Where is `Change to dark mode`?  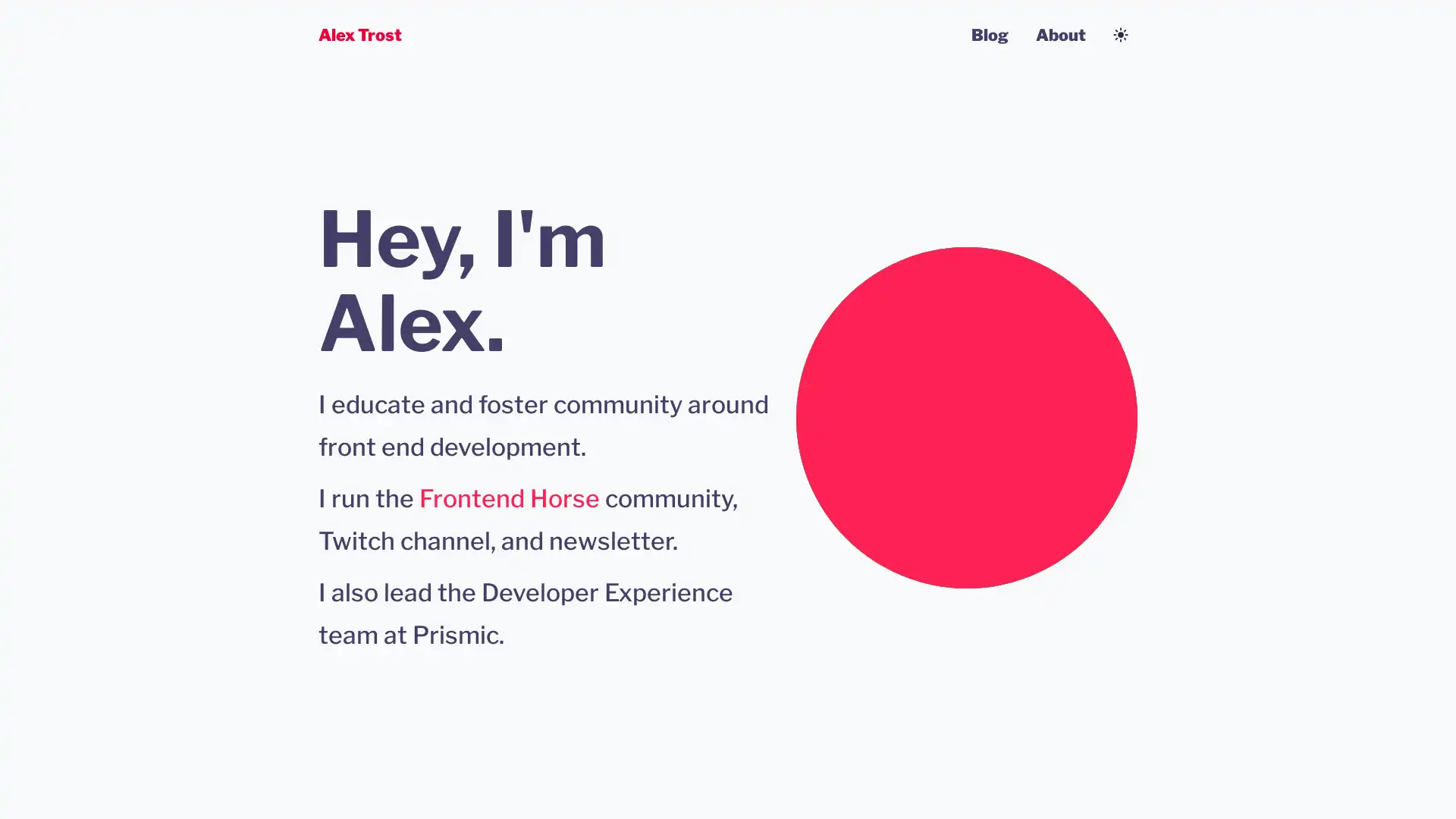 Change to dark mode is located at coordinates (1121, 34).